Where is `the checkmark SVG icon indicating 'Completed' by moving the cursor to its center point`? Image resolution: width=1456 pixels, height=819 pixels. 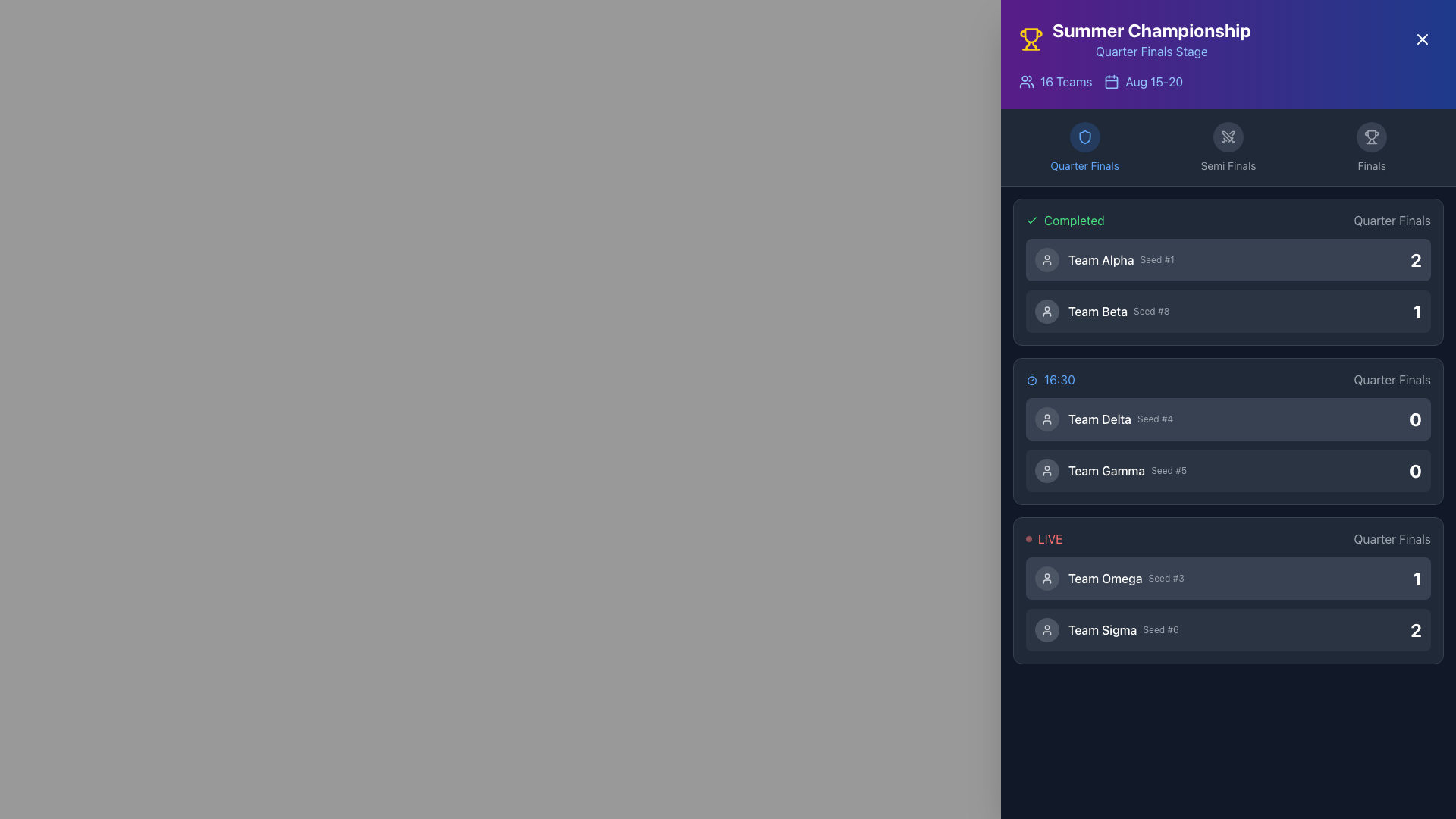 the checkmark SVG icon indicating 'Completed' by moving the cursor to its center point is located at coordinates (1031, 220).